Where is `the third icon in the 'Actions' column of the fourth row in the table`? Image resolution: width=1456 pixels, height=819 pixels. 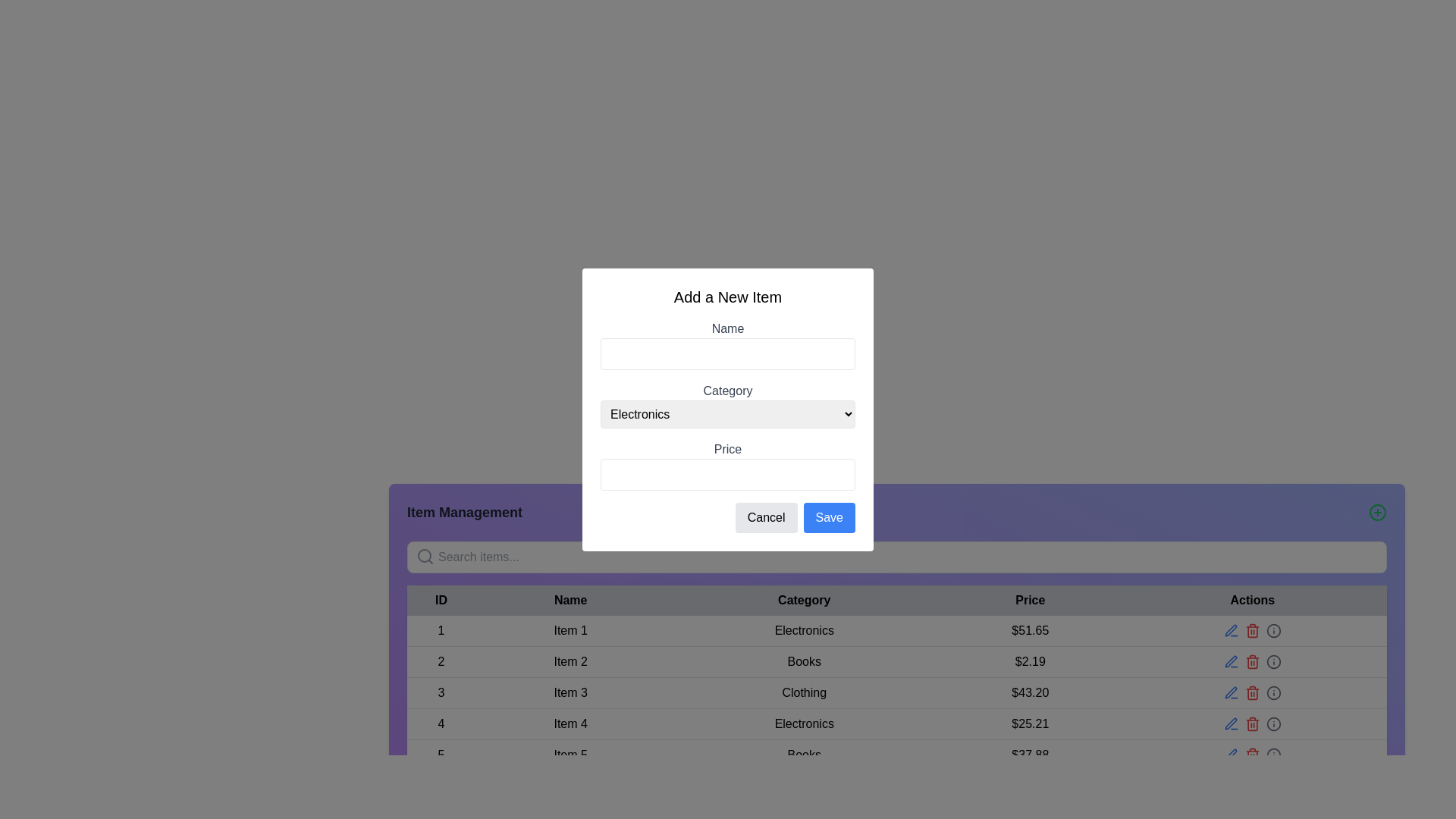 the third icon in the 'Actions' column of the fourth row in the table is located at coordinates (1273, 723).